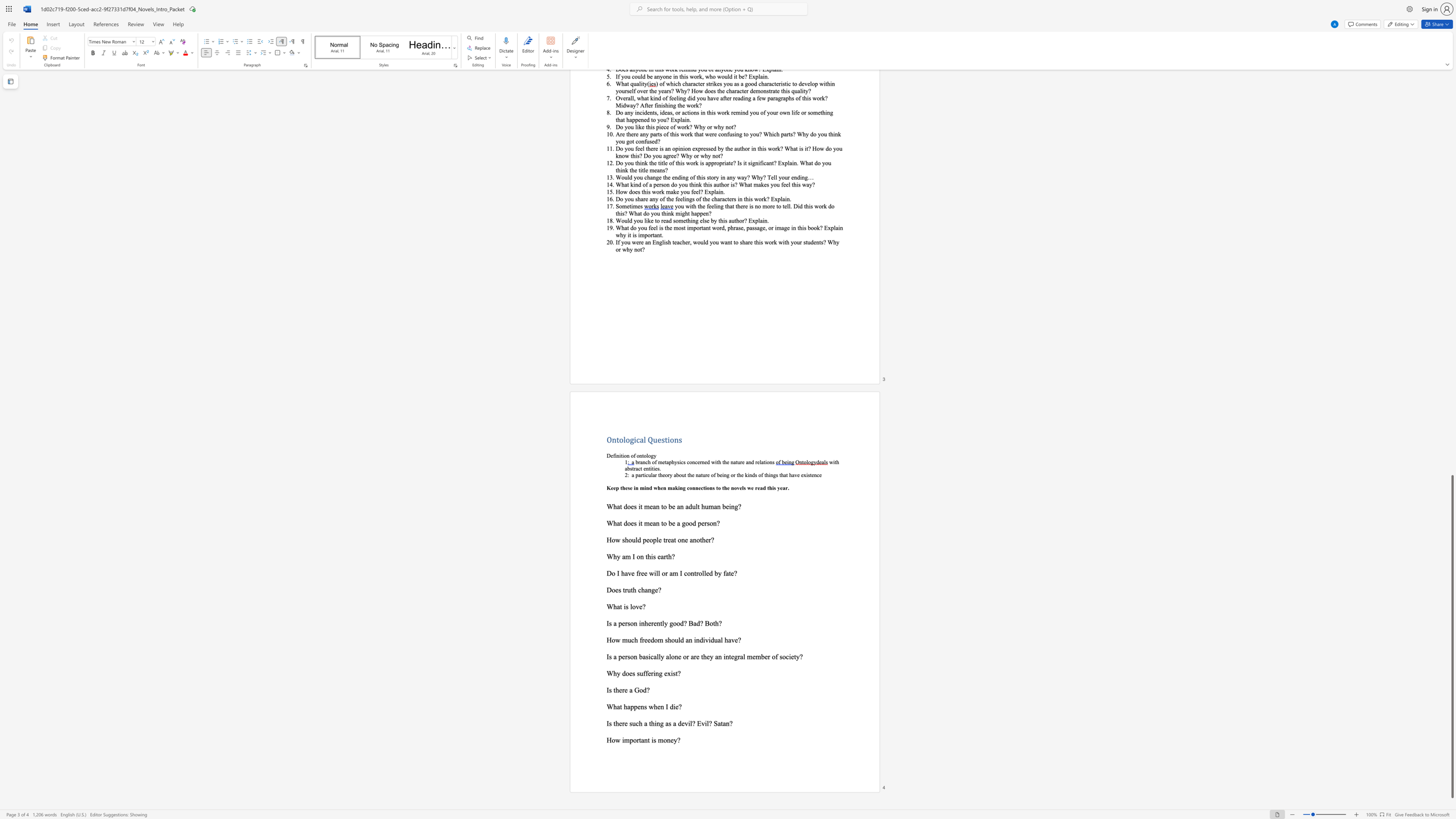  I want to click on the 3th character "l" in the text, so click(670, 657).